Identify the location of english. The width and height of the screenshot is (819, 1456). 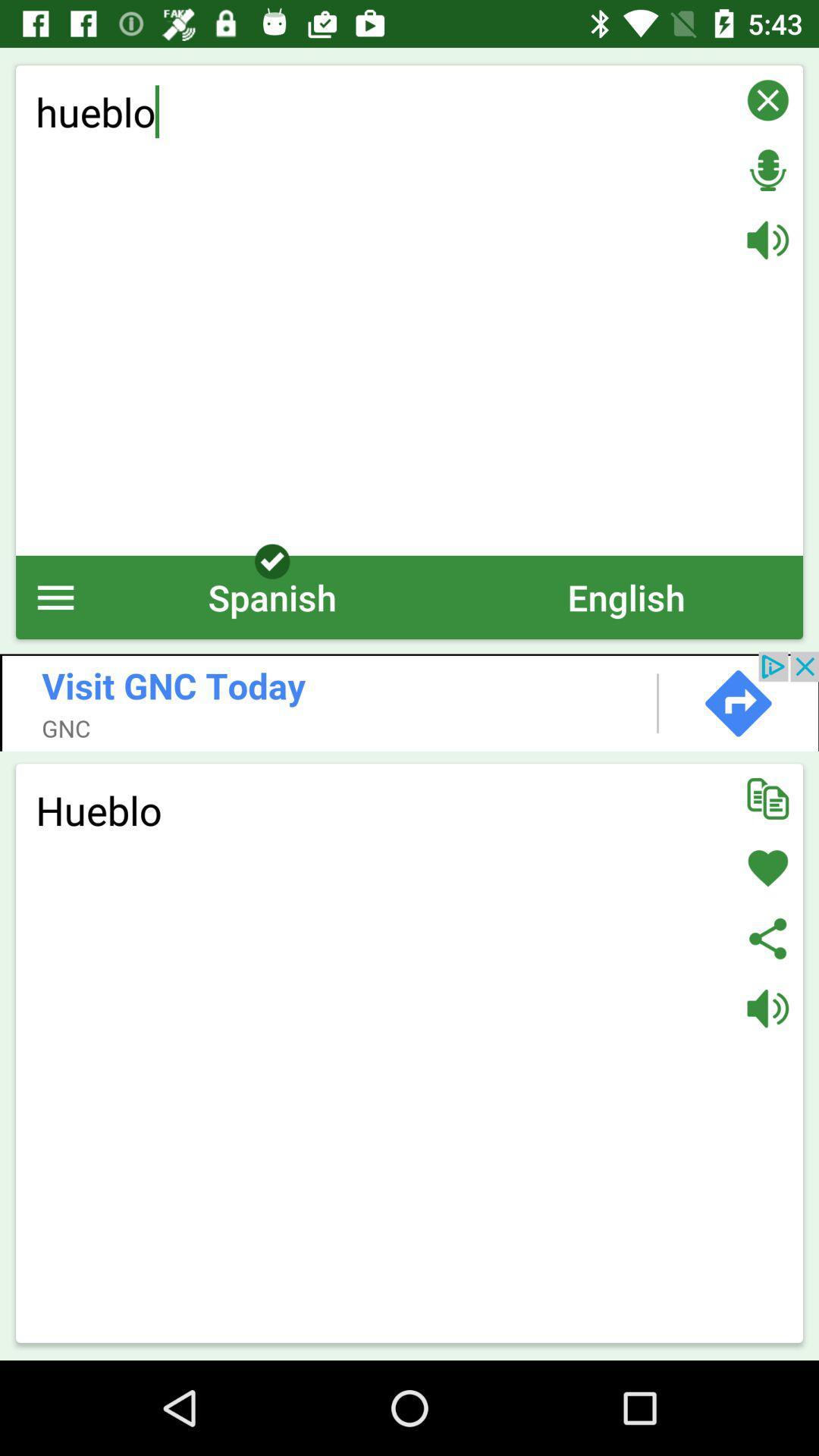
(626, 596).